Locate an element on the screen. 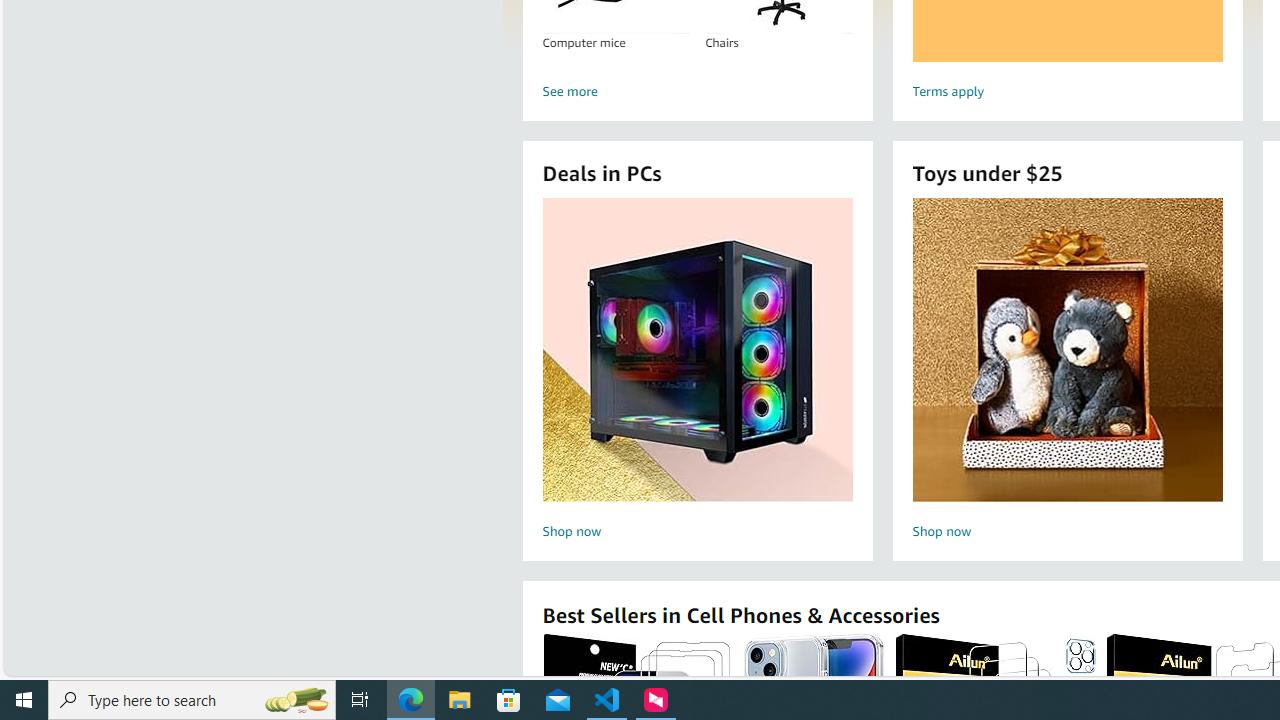 Image resolution: width=1280 pixels, height=720 pixels. 'Toys under $25 Shop now' is located at coordinates (1066, 371).